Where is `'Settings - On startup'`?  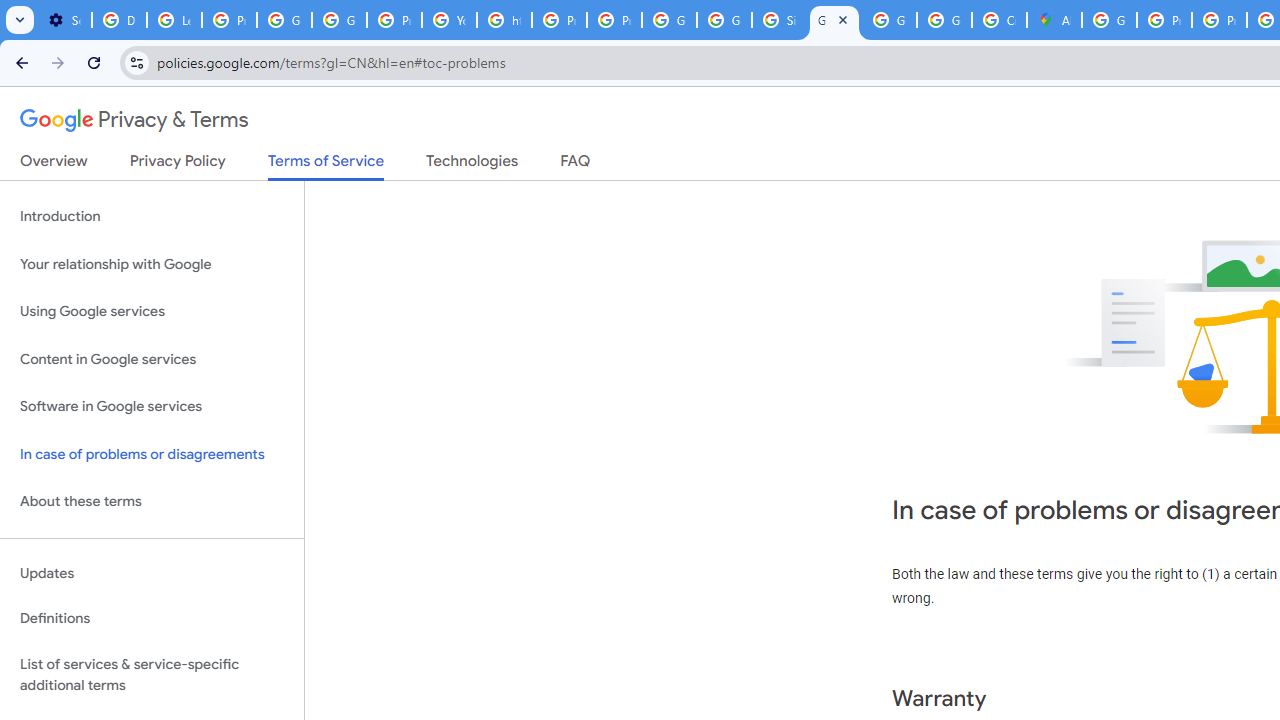
'Settings - On startup' is located at coordinates (64, 20).